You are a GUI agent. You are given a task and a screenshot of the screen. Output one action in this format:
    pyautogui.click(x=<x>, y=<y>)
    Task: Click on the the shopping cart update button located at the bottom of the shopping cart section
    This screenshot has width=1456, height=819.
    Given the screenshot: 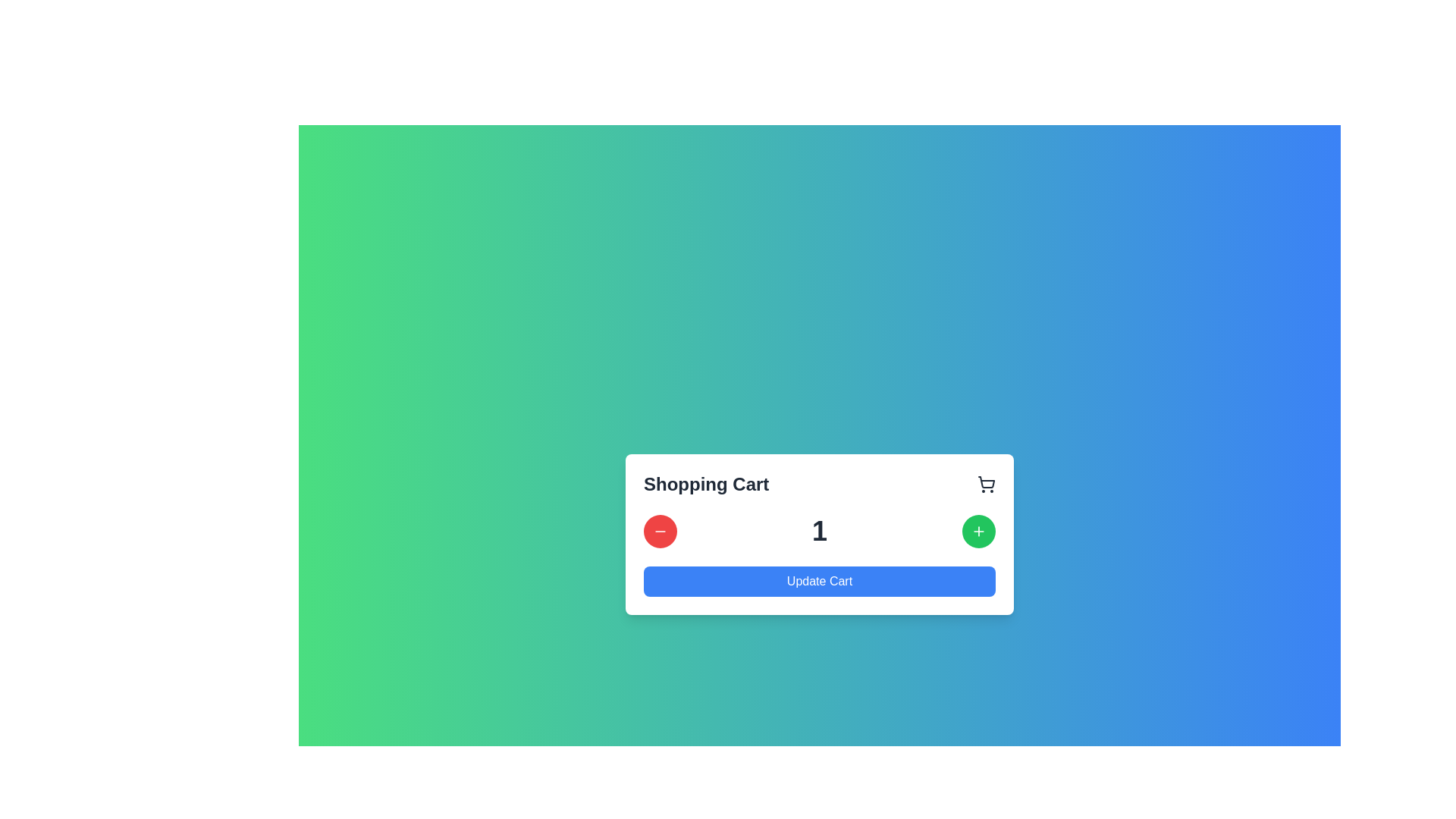 What is the action you would take?
    pyautogui.click(x=818, y=581)
    